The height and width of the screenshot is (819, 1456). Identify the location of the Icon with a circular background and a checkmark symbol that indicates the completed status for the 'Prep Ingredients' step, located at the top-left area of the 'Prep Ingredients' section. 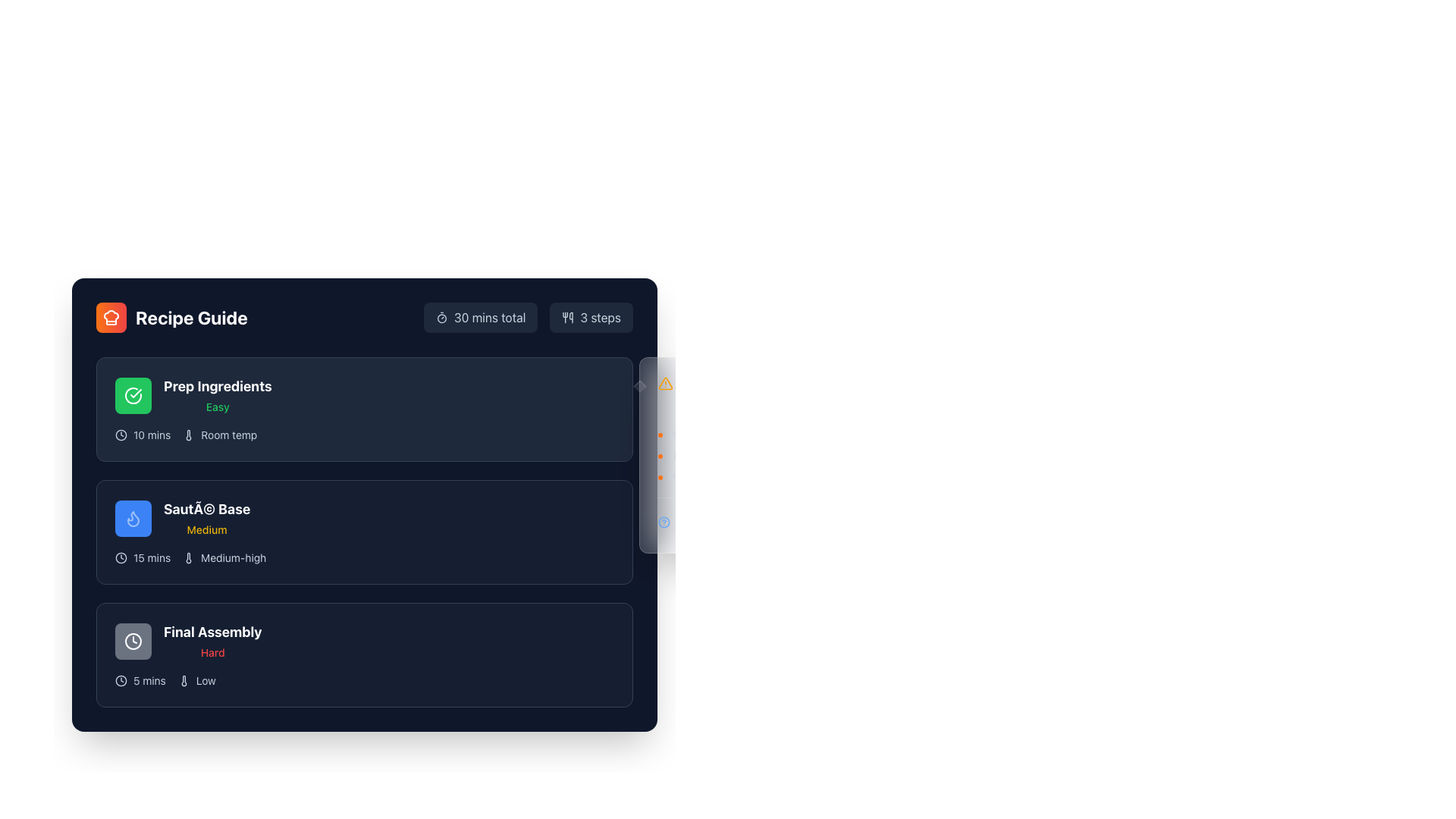
(133, 394).